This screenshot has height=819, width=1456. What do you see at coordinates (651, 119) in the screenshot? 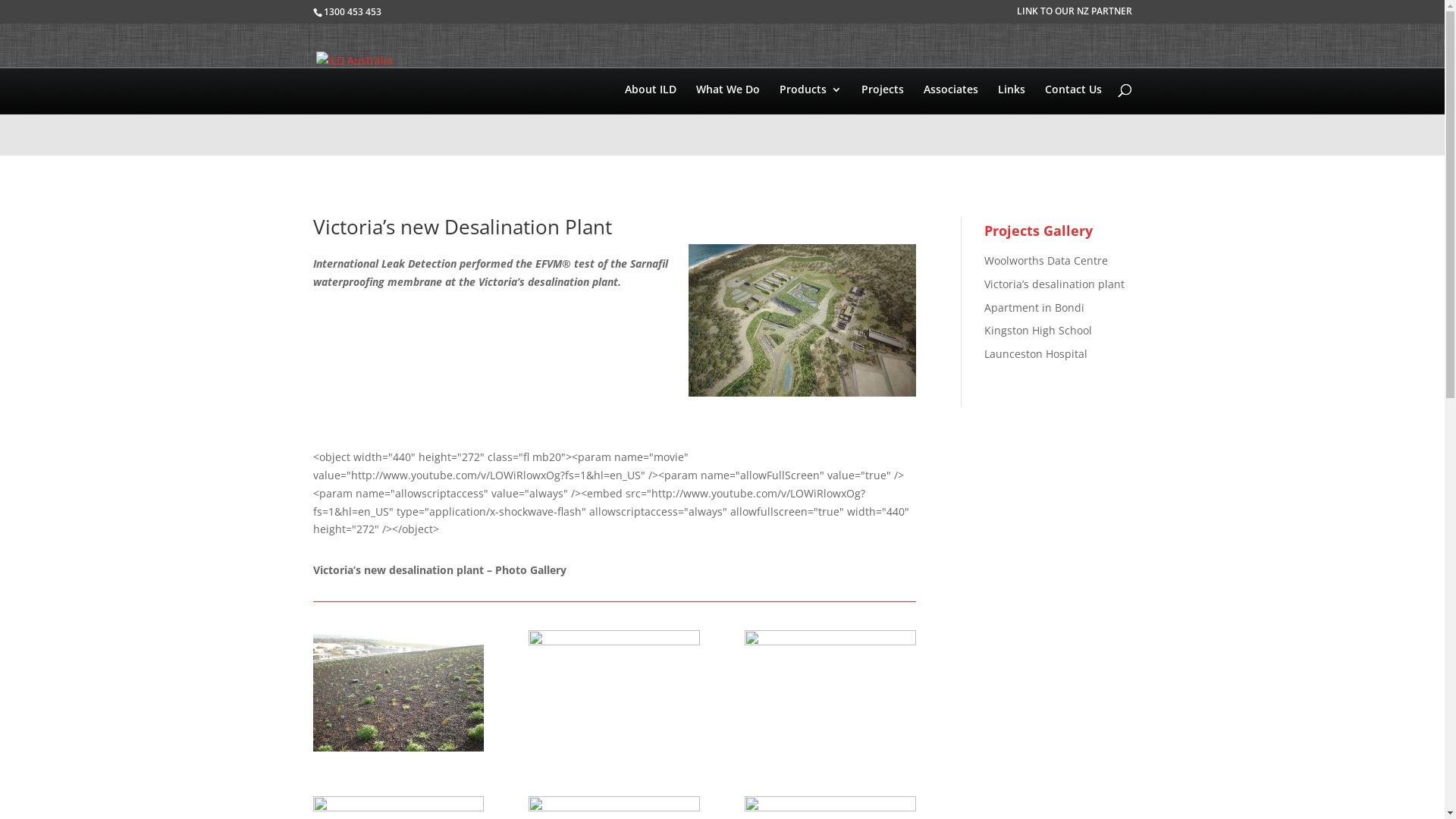
I see `'About ILD'` at bounding box center [651, 119].